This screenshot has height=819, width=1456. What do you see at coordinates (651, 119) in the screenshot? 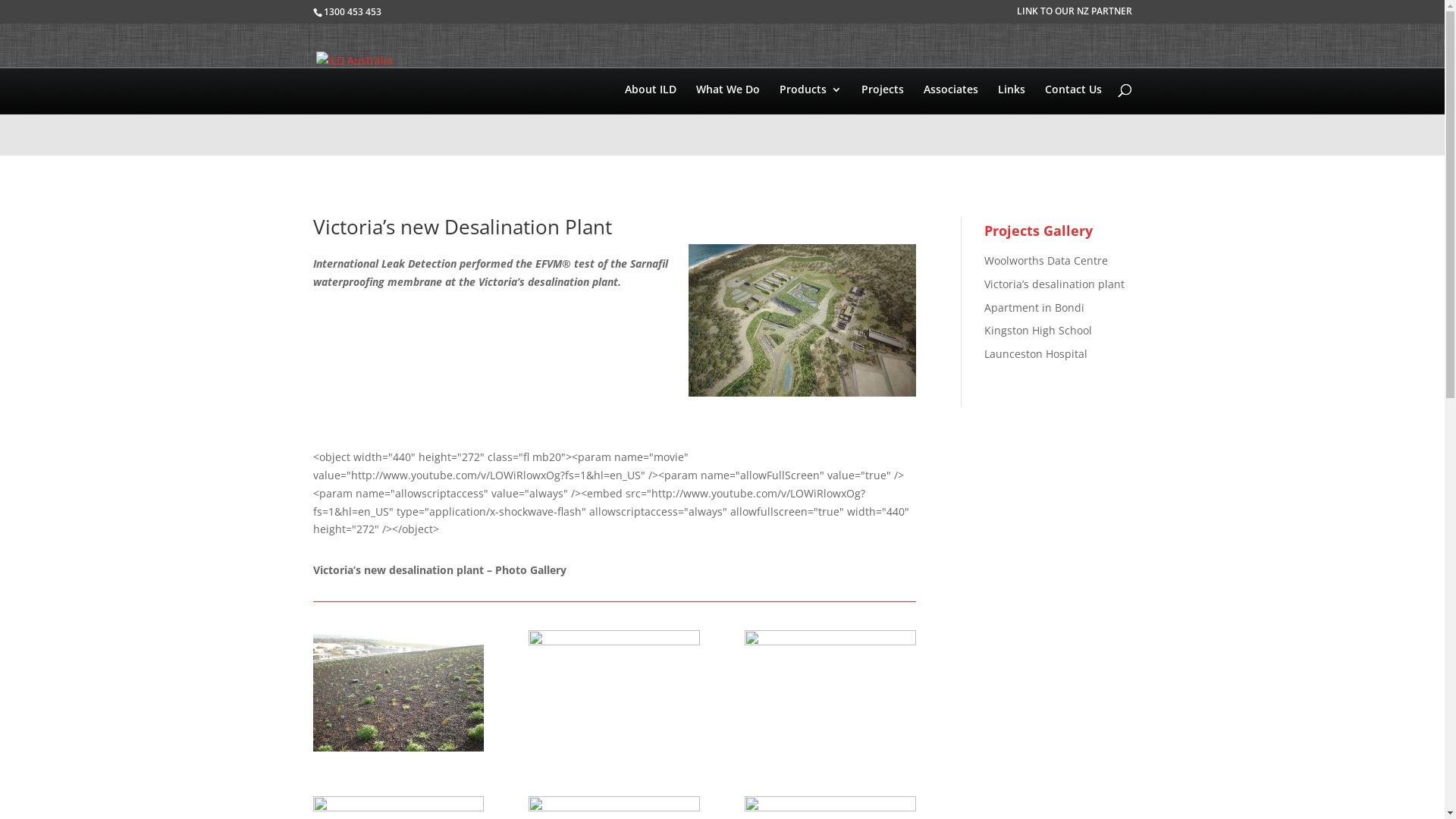
I see `'About ILD'` at bounding box center [651, 119].